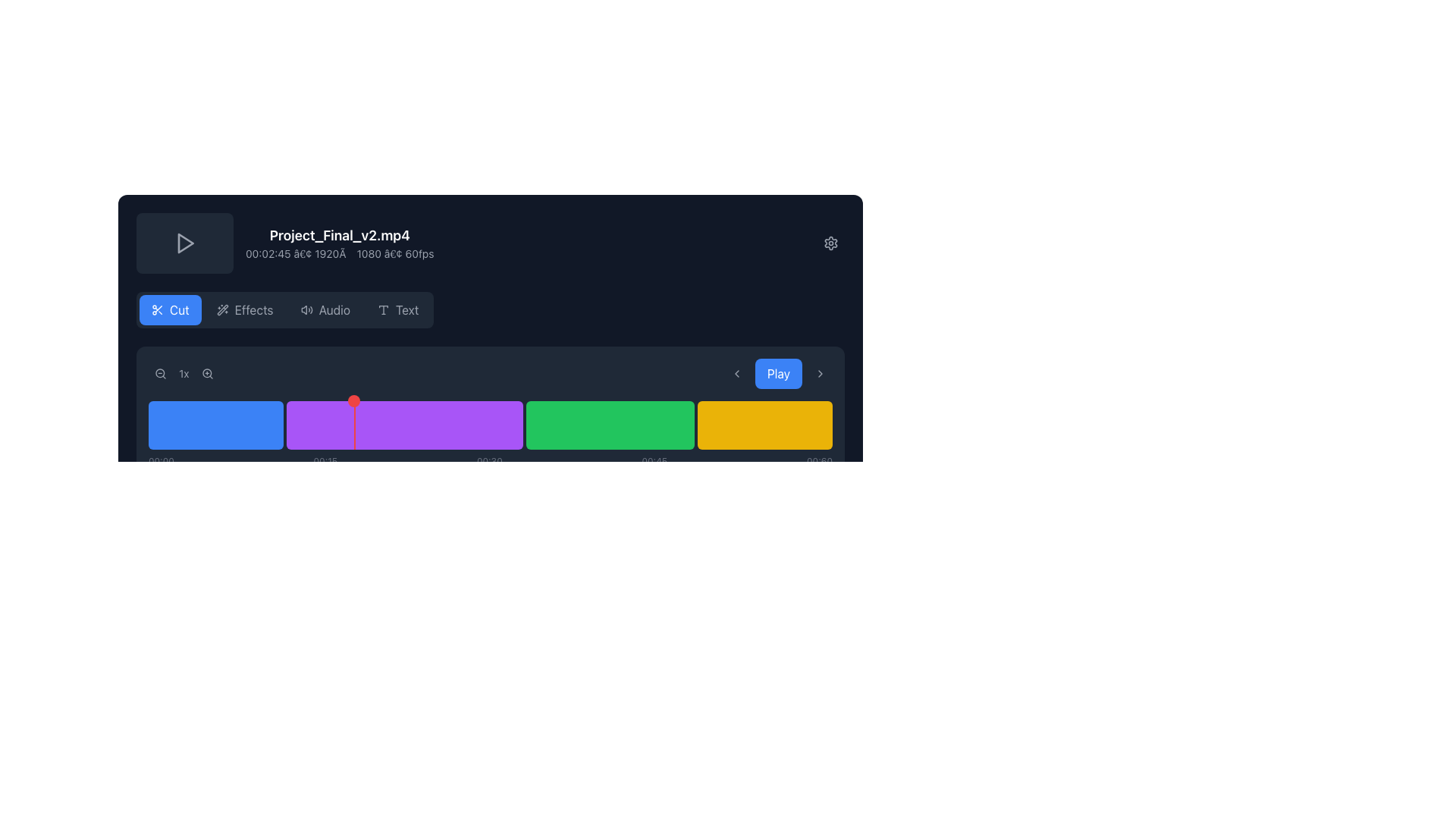  I want to click on the right-pointing arrow icon, which is styled with a thin outline and no fill, located in the upper right side of the interface, adjacent to the blue 'Play' button, so click(819, 374).